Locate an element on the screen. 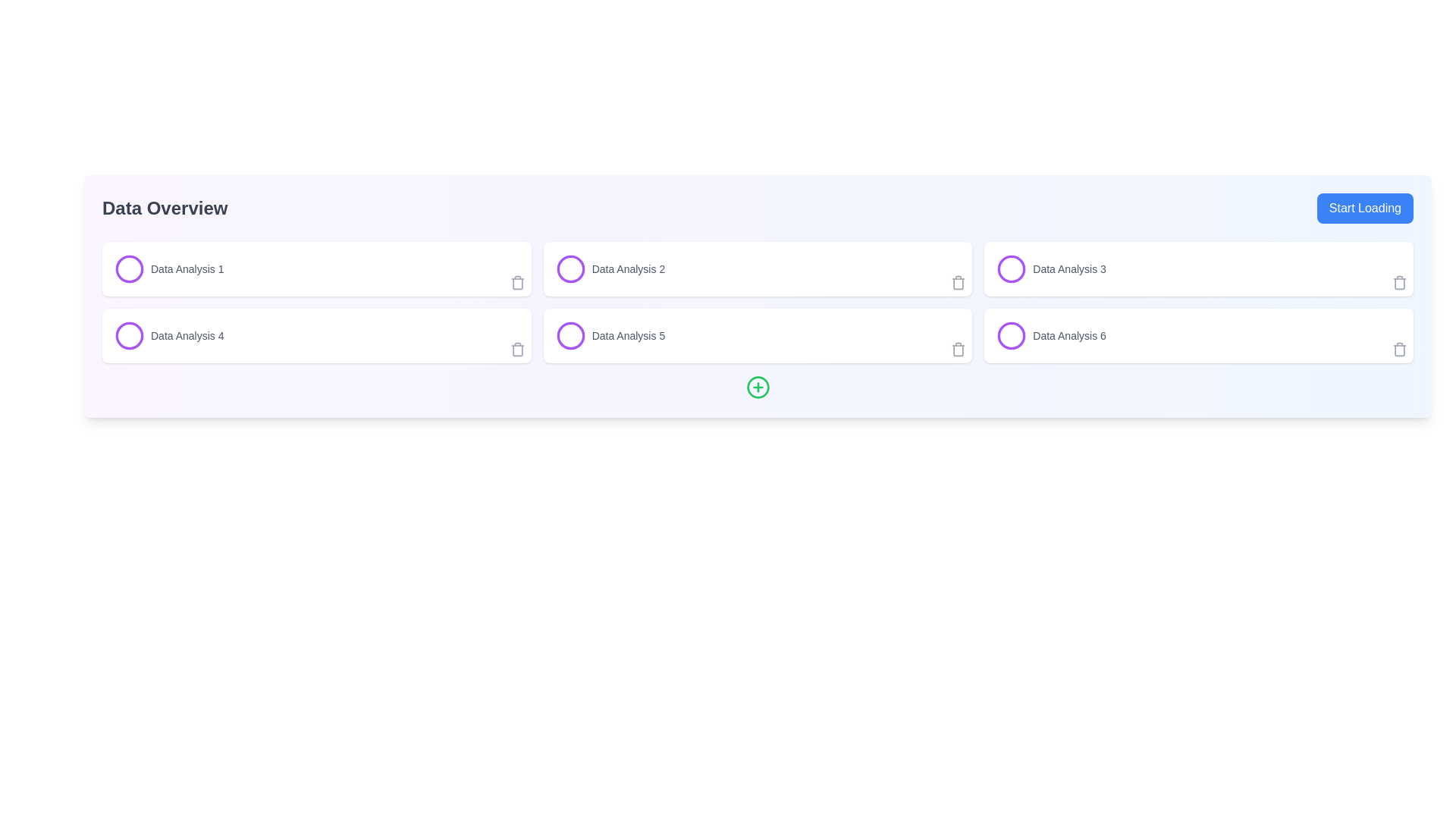 The width and height of the screenshot is (1456, 819). the text label 'Data Analysis 2' which is styled with medium font weight and positioned to the right of a purple circular icon is located at coordinates (628, 268).